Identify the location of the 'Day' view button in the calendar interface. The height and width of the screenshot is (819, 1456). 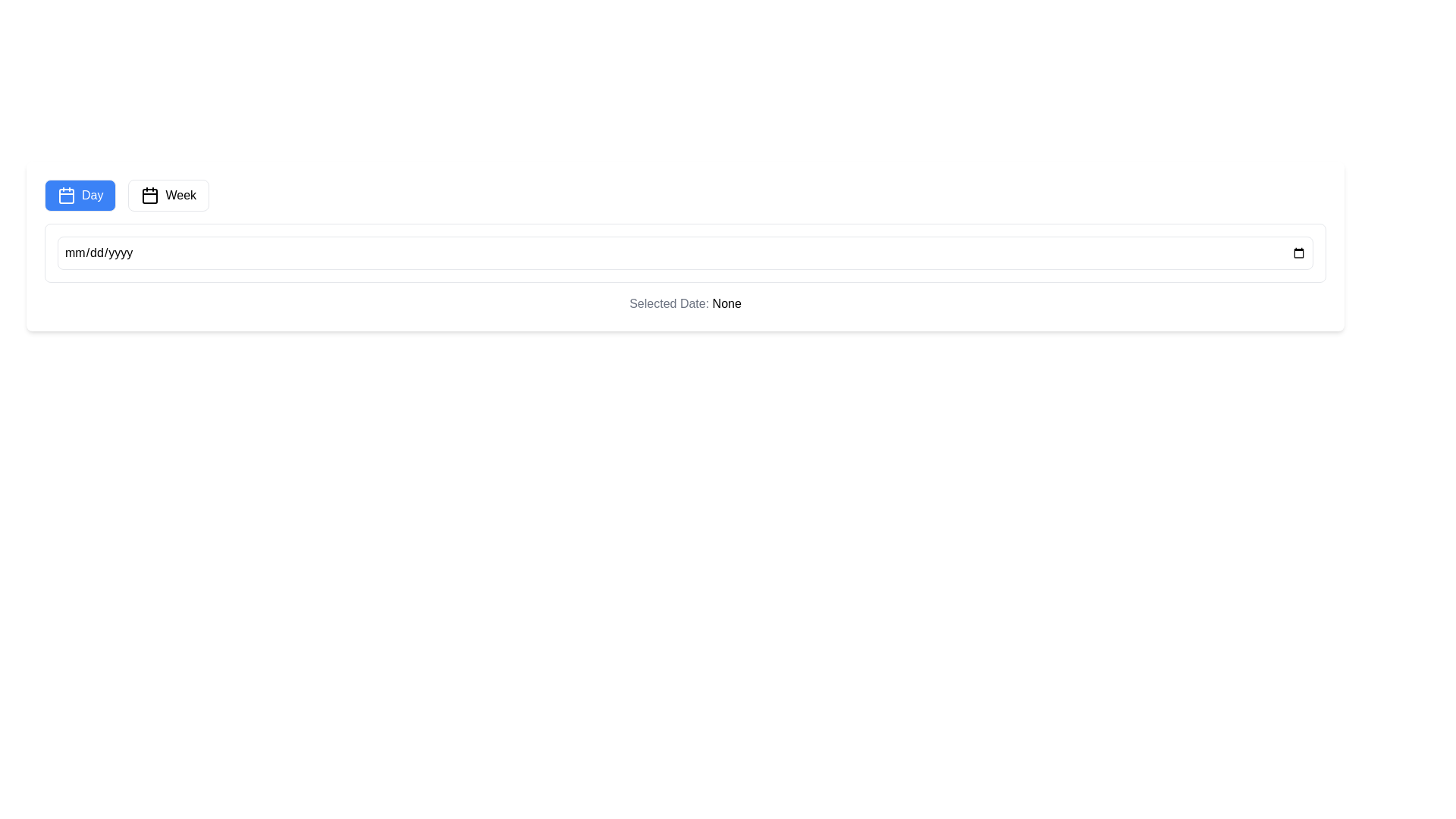
(80, 195).